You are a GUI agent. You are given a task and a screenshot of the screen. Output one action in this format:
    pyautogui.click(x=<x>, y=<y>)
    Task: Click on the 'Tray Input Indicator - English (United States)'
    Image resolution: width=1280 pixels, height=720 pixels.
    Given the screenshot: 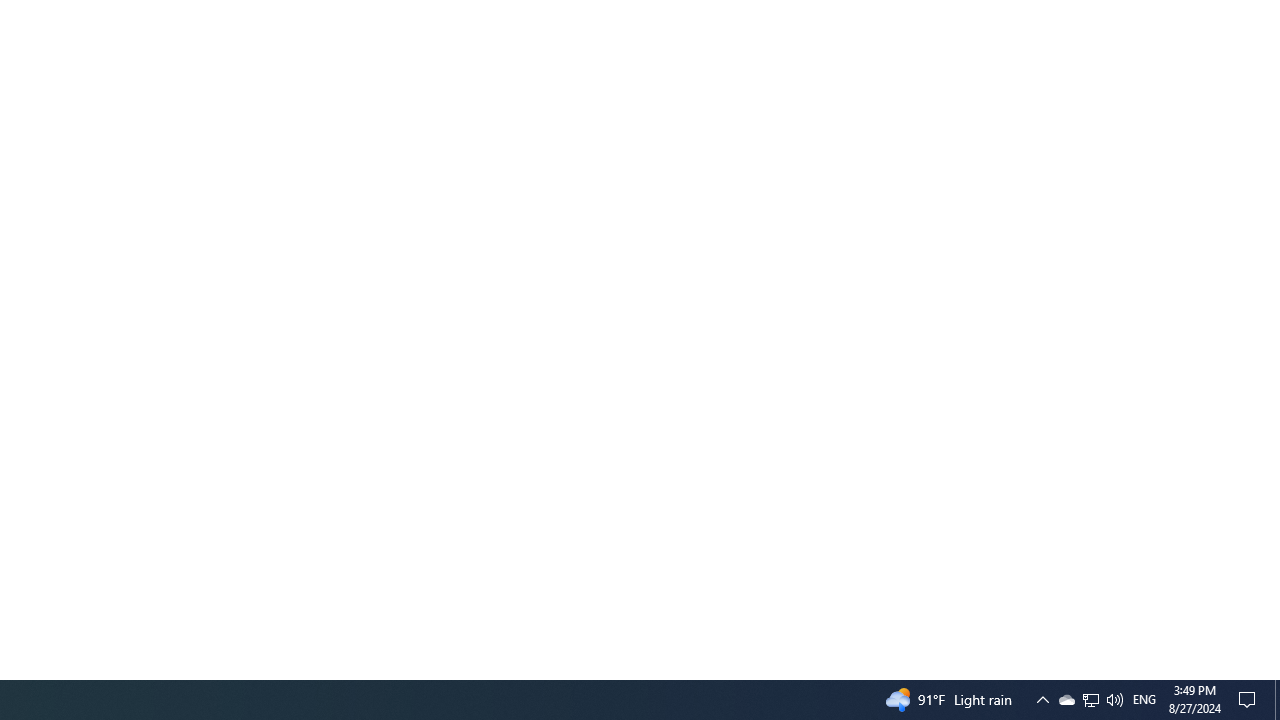 What is the action you would take?
    pyautogui.click(x=1144, y=698)
    